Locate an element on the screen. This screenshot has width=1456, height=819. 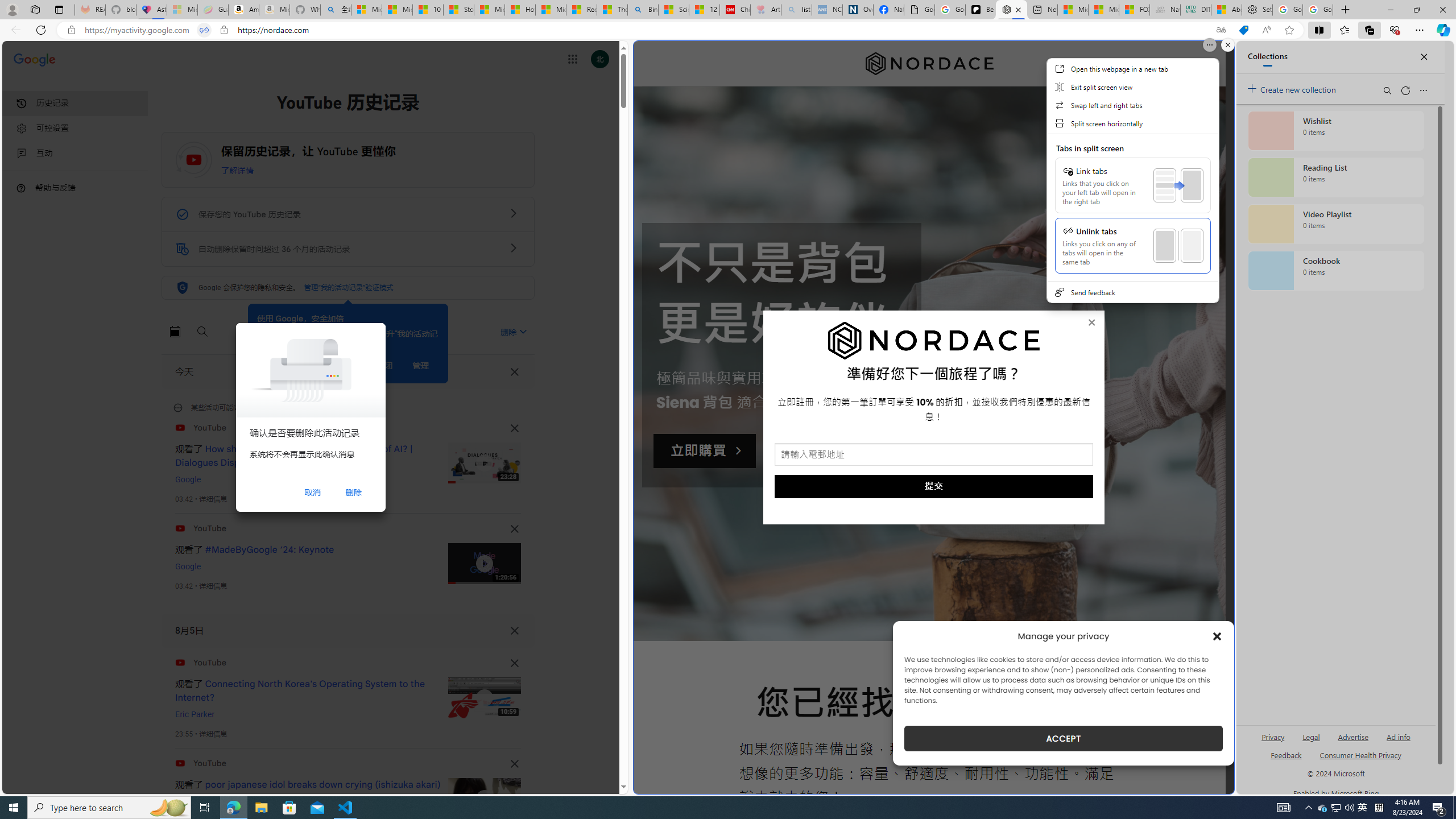
'Arthritis: Ask Health Professionals - Sleeping' is located at coordinates (765, 9).